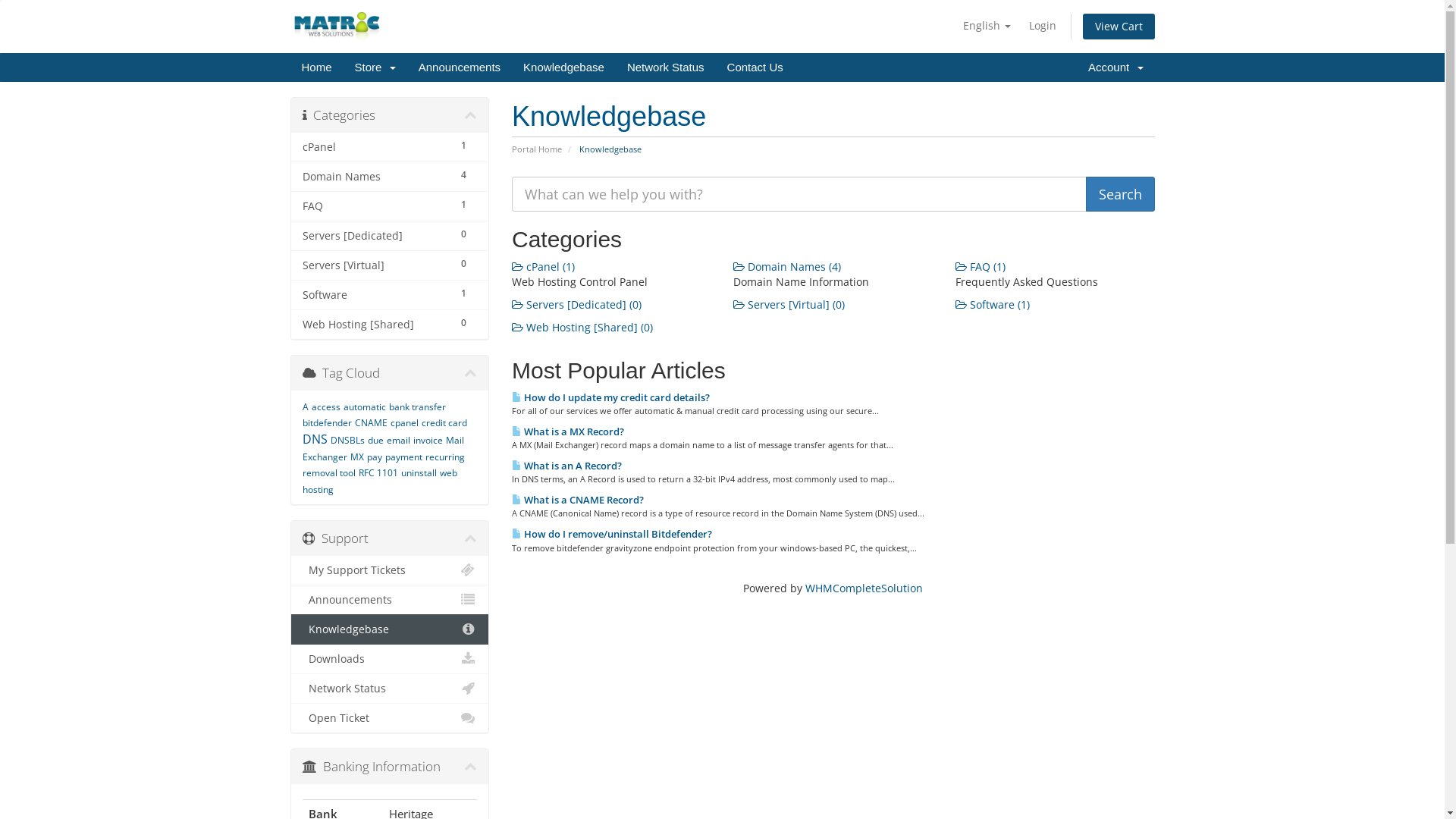 The image size is (1456, 819). What do you see at coordinates (390, 236) in the screenshot?
I see `'0` at bounding box center [390, 236].